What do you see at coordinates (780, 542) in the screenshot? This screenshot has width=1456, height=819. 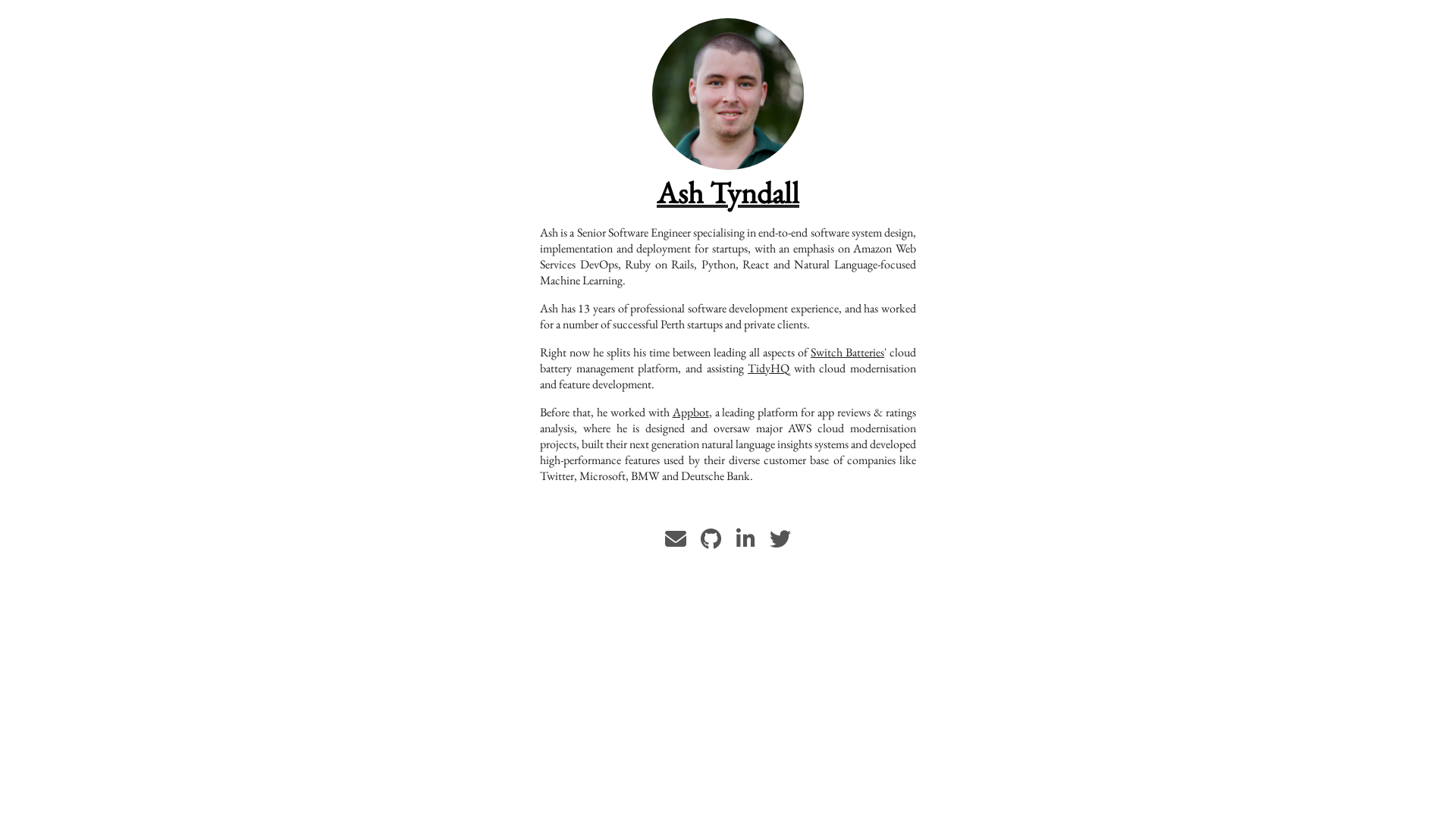 I see `'Ash on Twitter'` at bounding box center [780, 542].